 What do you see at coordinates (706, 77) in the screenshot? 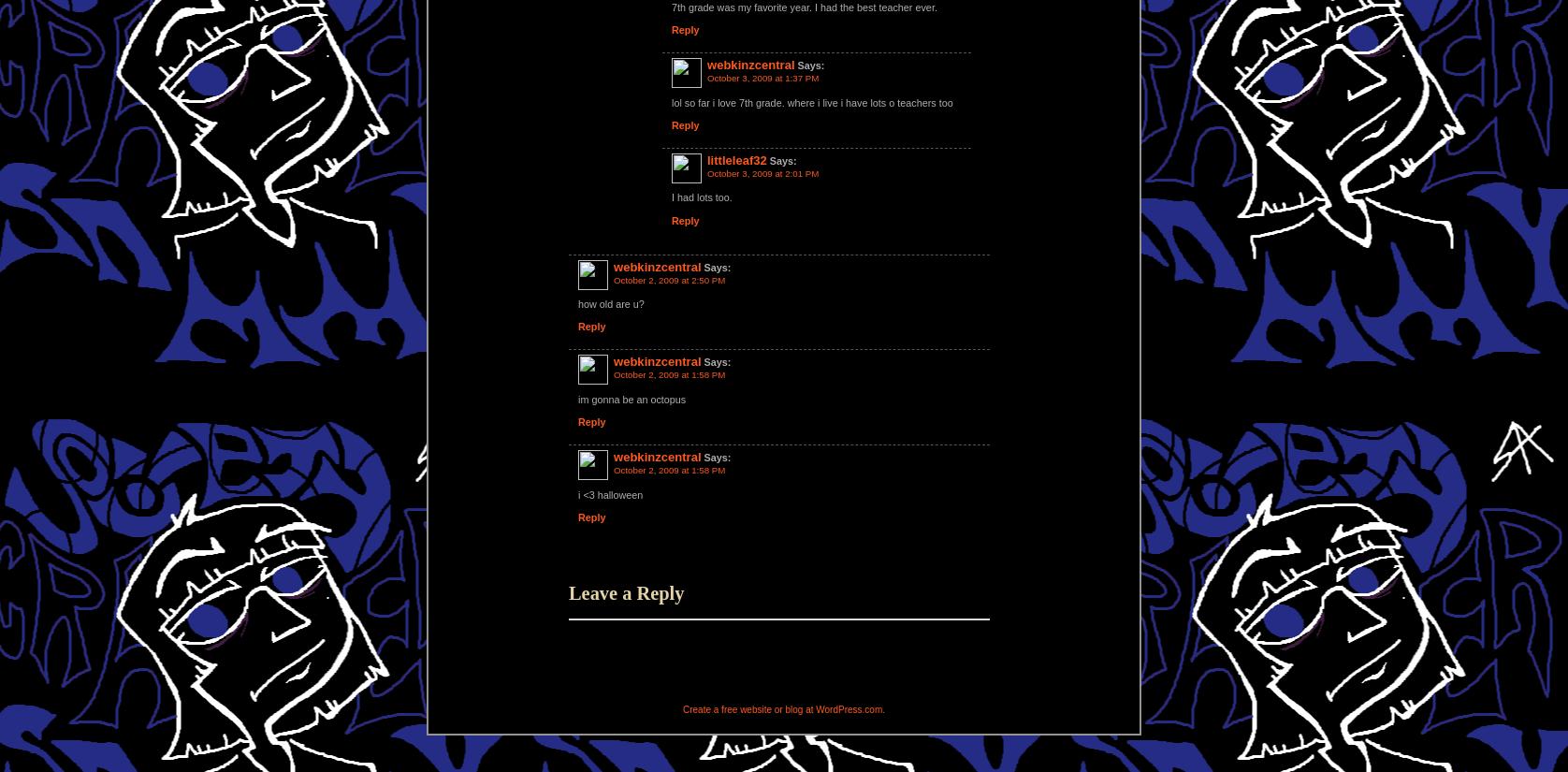
I see `'October 3, 2009 at 1:37 PM'` at bounding box center [706, 77].